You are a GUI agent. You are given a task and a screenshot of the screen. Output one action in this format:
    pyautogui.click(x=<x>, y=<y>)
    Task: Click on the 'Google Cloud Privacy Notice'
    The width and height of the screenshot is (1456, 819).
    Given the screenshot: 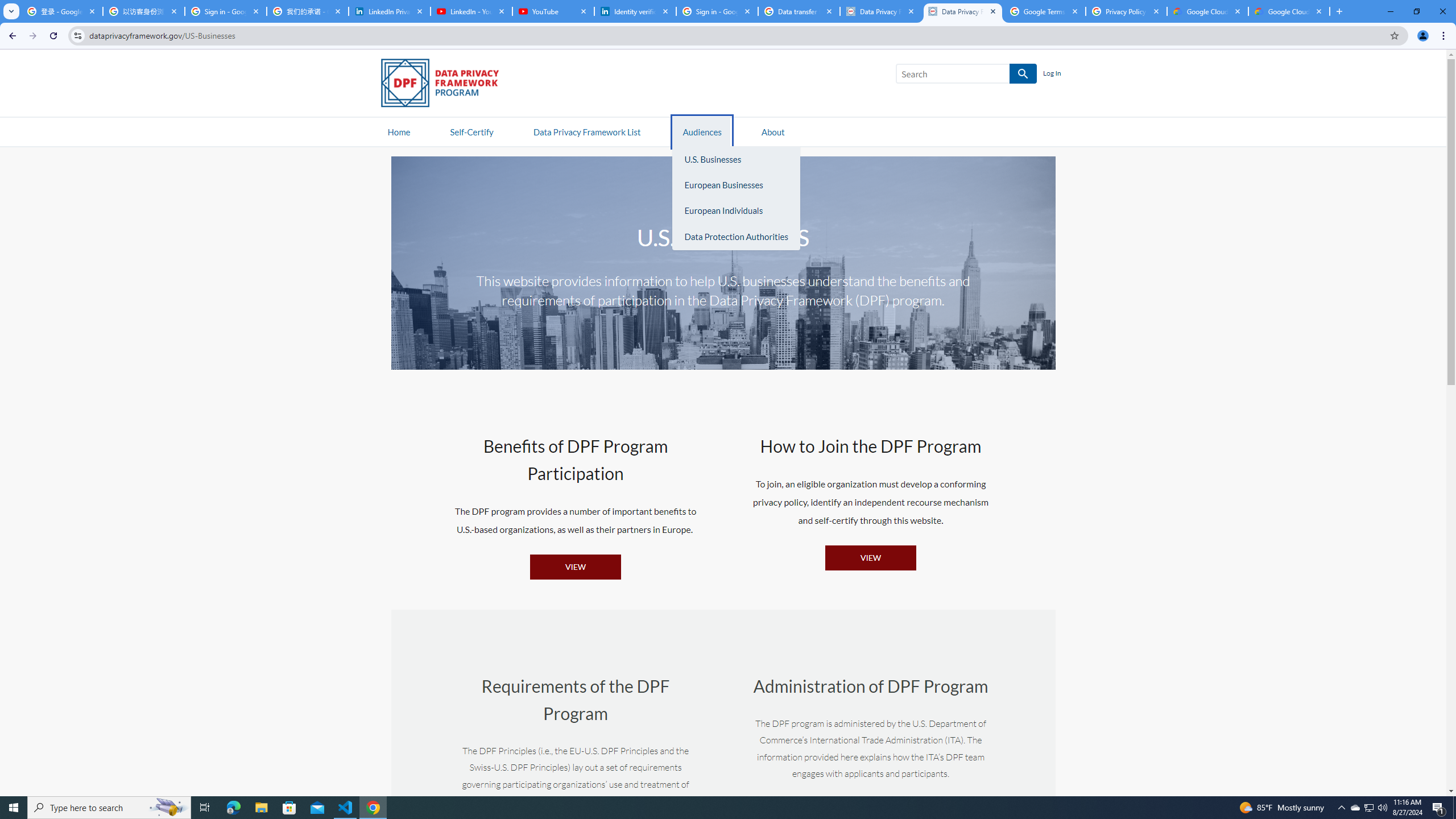 What is the action you would take?
    pyautogui.click(x=1207, y=11)
    